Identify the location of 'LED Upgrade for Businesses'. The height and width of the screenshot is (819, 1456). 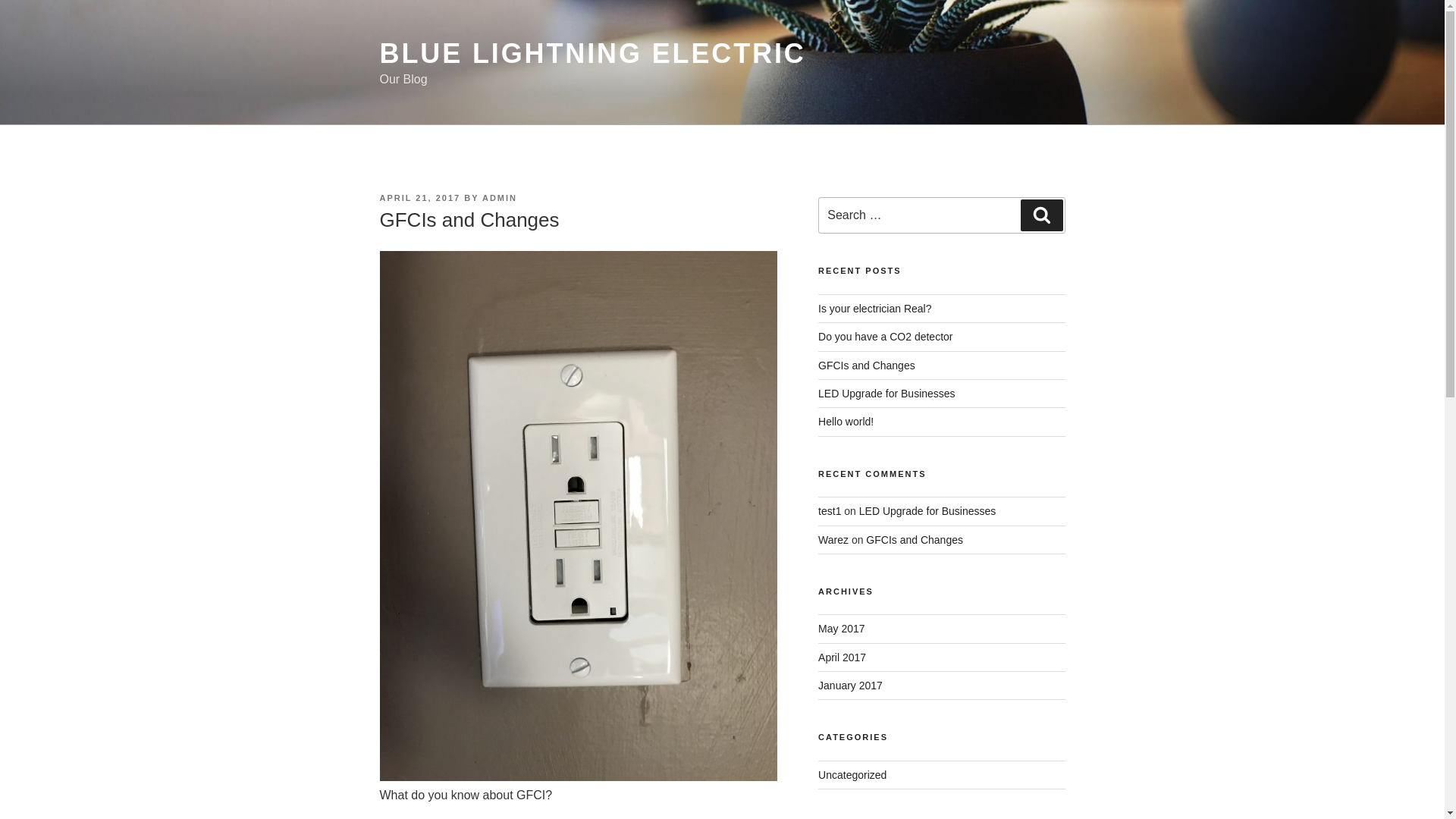
(927, 511).